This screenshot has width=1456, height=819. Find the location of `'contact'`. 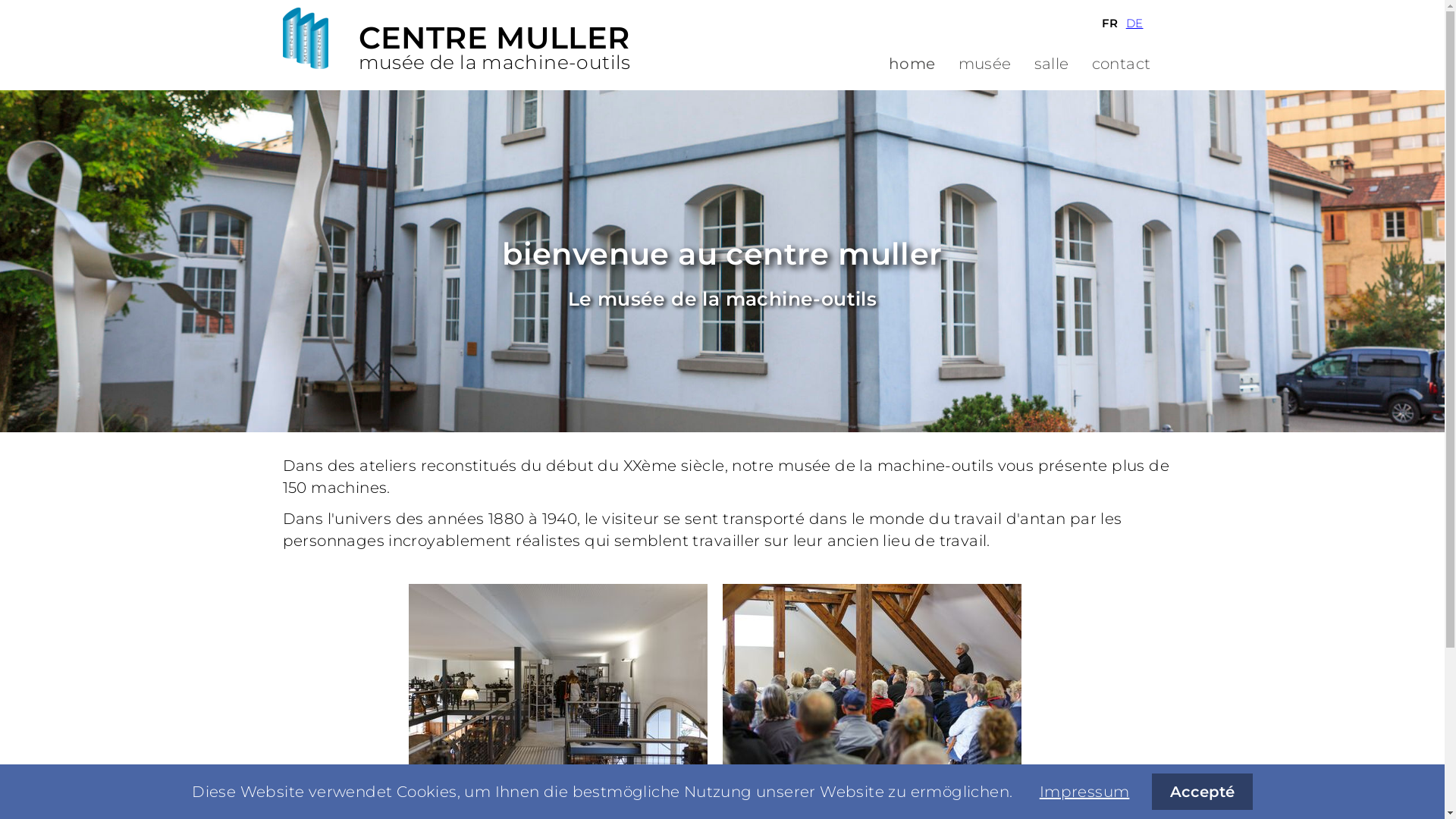

'contact' is located at coordinates (1092, 63).